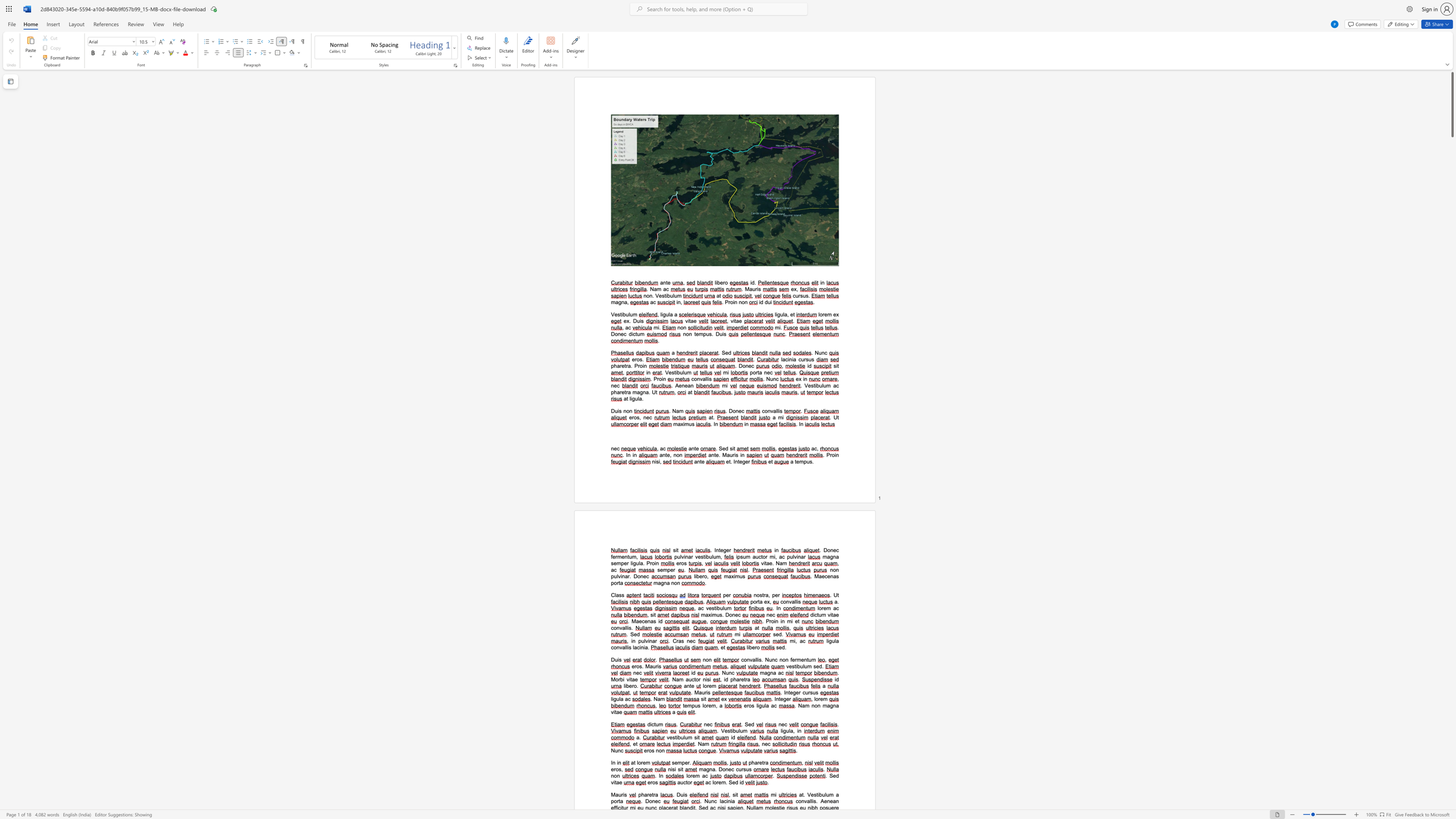 This screenshot has height=819, width=1456. What do you see at coordinates (613, 563) in the screenshot?
I see `the space between the continuous character "s" and "e" in the text` at bounding box center [613, 563].